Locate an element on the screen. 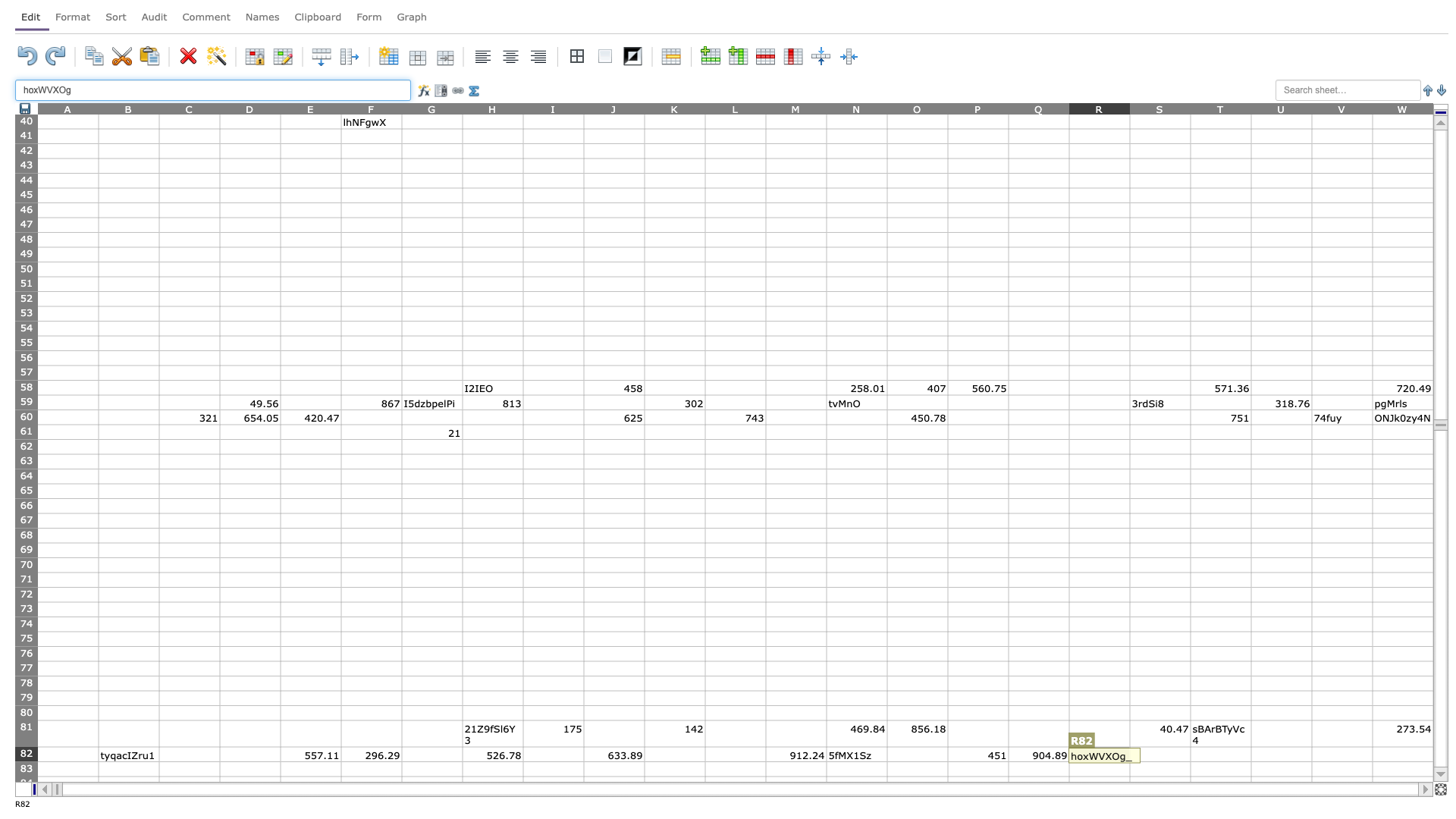 Image resolution: width=1456 pixels, height=819 pixels. right border of T82 is located at coordinates (1251, 754).